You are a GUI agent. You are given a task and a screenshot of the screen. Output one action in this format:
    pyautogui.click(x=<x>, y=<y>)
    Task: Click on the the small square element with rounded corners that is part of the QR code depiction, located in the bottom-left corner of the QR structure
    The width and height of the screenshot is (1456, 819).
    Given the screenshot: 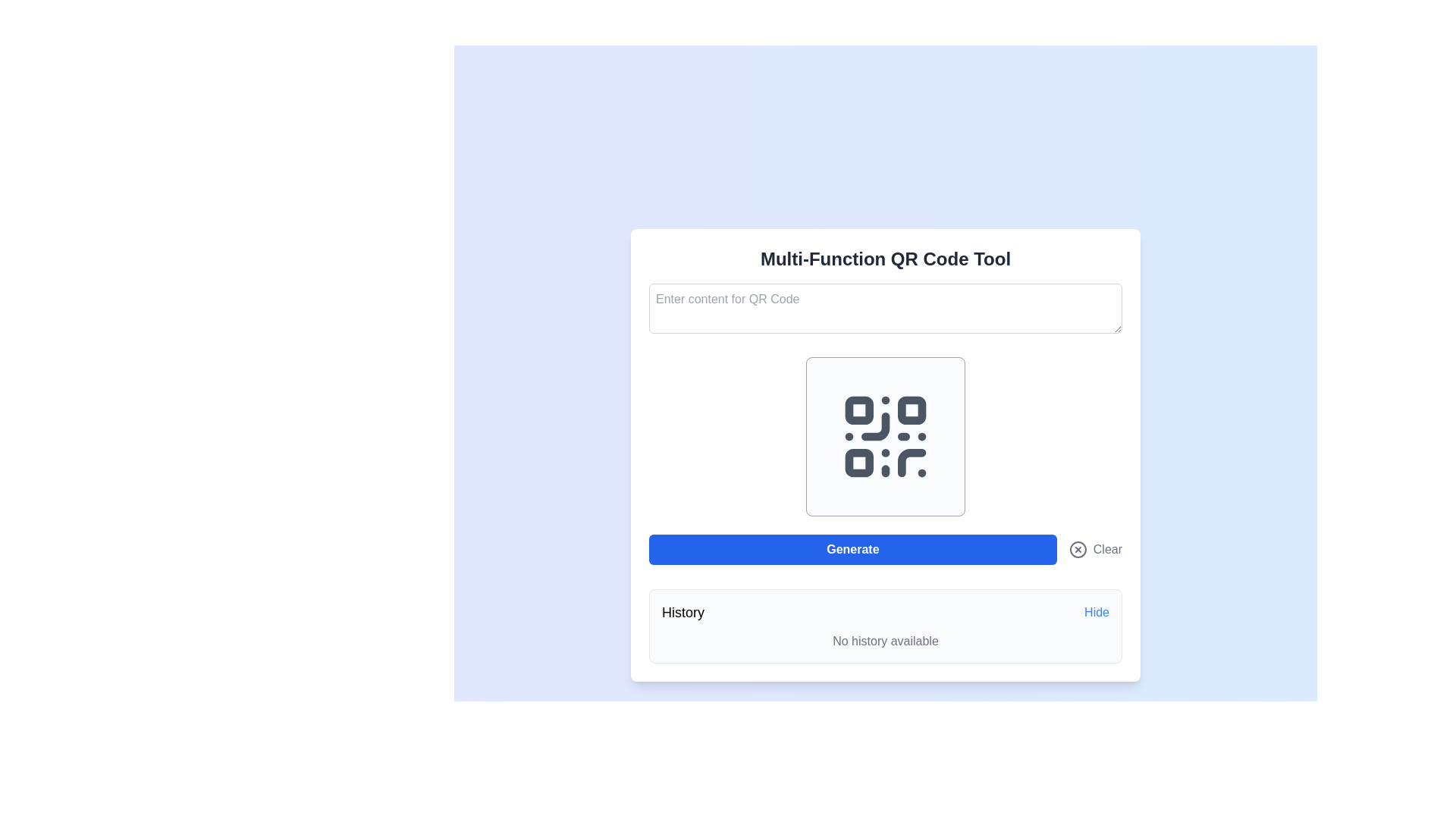 What is the action you would take?
    pyautogui.click(x=859, y=462)
    